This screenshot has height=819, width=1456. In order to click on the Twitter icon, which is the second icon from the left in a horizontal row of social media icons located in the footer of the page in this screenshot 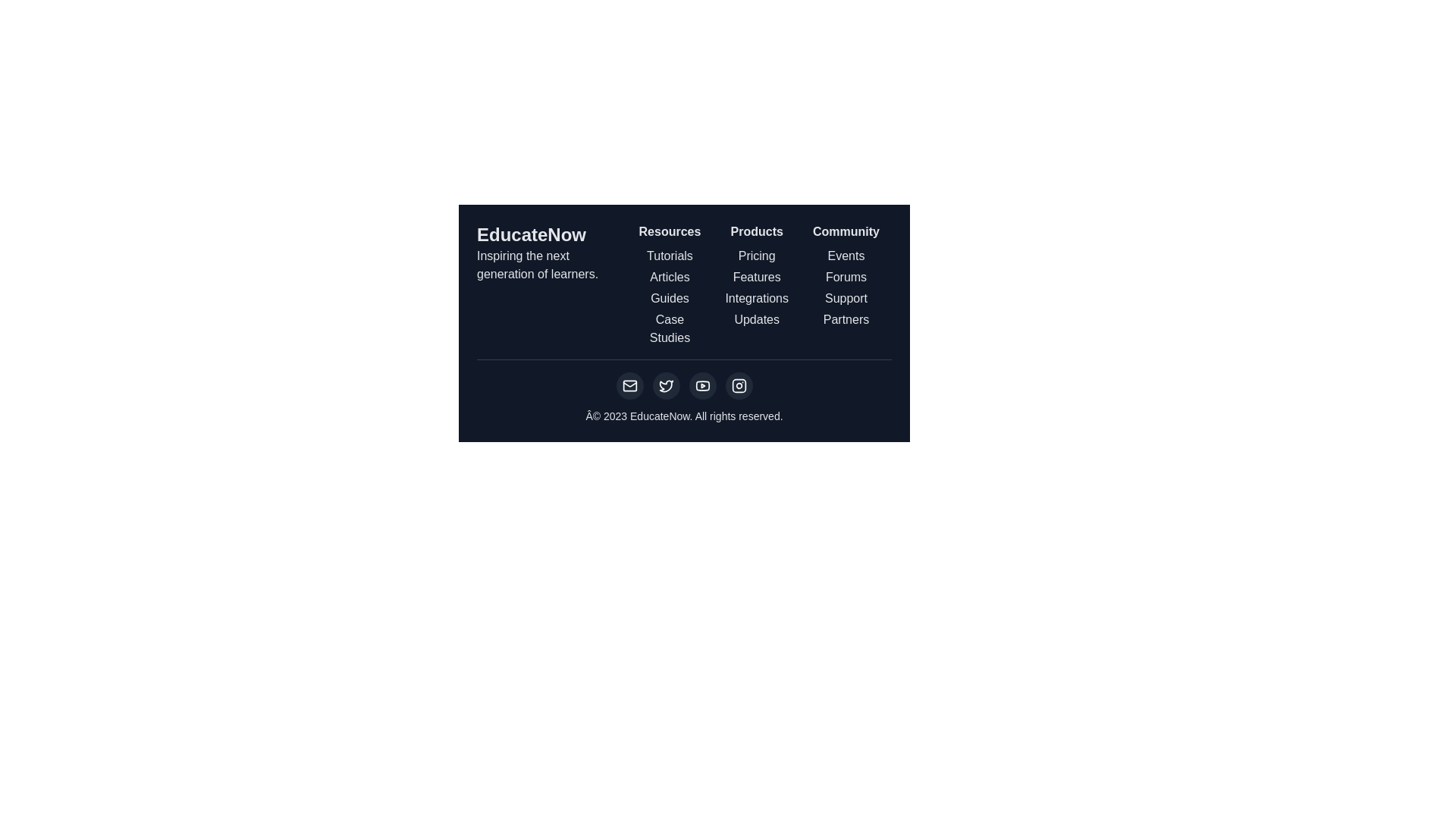, I will do `click(666, 385)`.